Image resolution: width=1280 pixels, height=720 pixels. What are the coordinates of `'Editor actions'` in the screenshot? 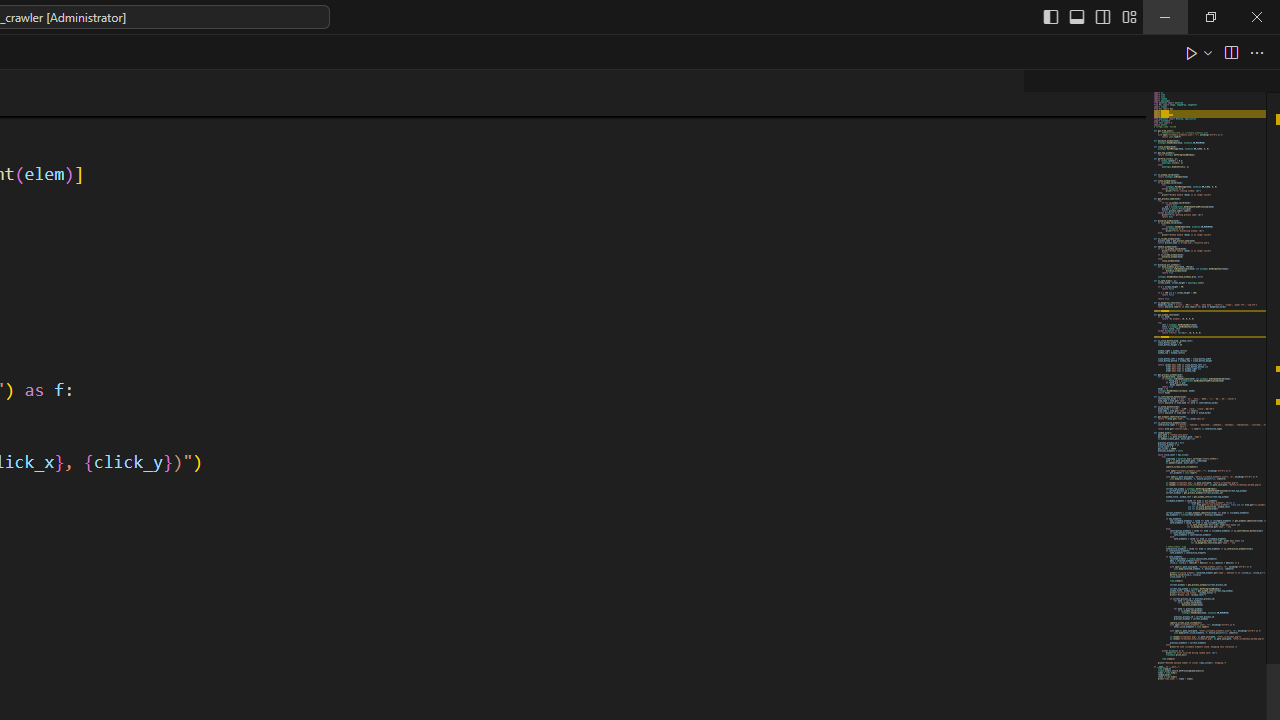 It's located at (1225, 51).